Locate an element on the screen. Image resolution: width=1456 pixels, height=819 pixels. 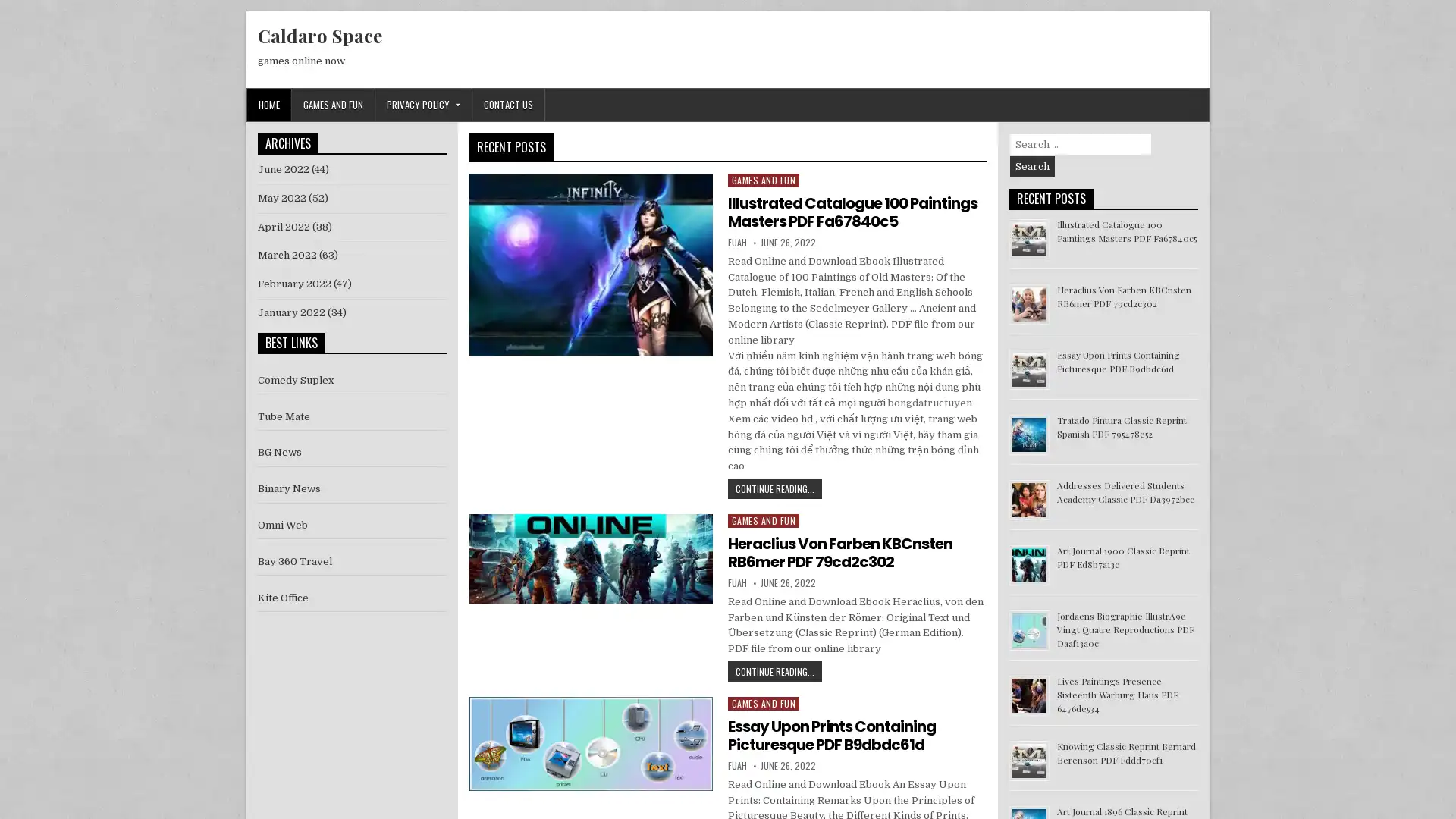
Search is located at coordinates (1031, 166).